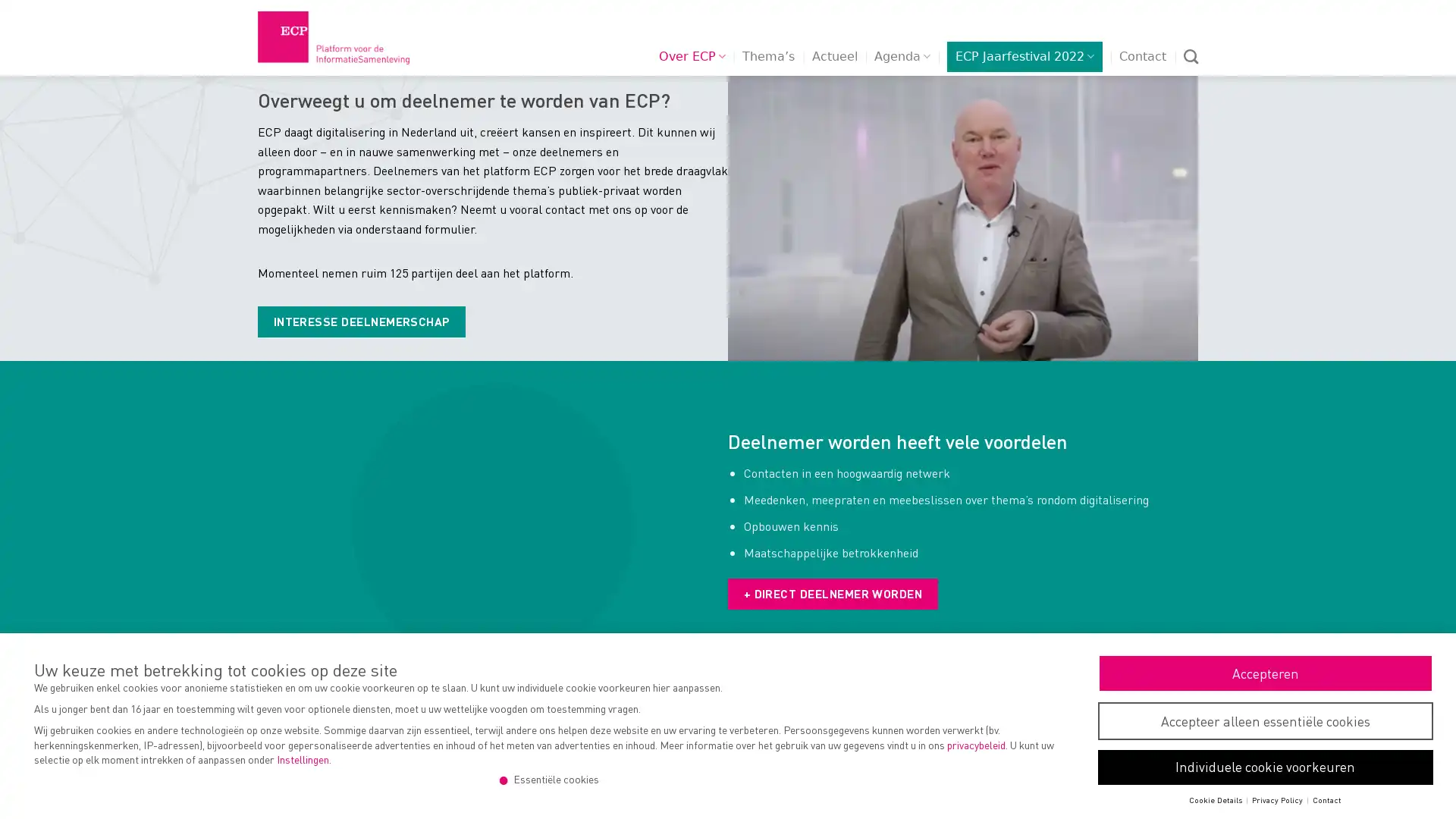 This screenshot has height=819, width=1456. What do you see at coordinates (1265, 672) in the screenshot?
I see `Accepteren` at bounding box center [1265, 672].